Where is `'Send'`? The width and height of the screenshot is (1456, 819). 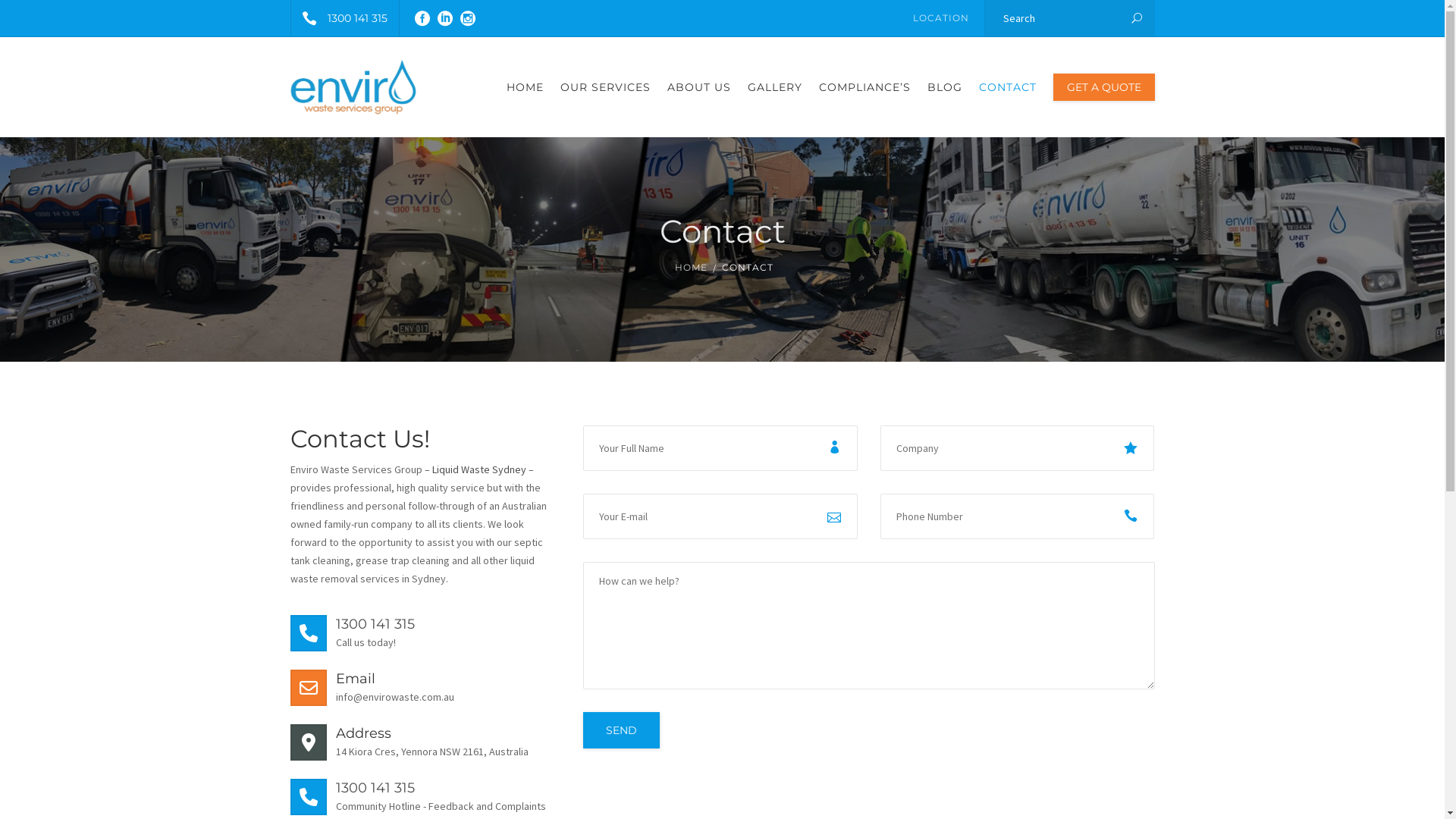
'Send' is located at coordinates (621, 730).